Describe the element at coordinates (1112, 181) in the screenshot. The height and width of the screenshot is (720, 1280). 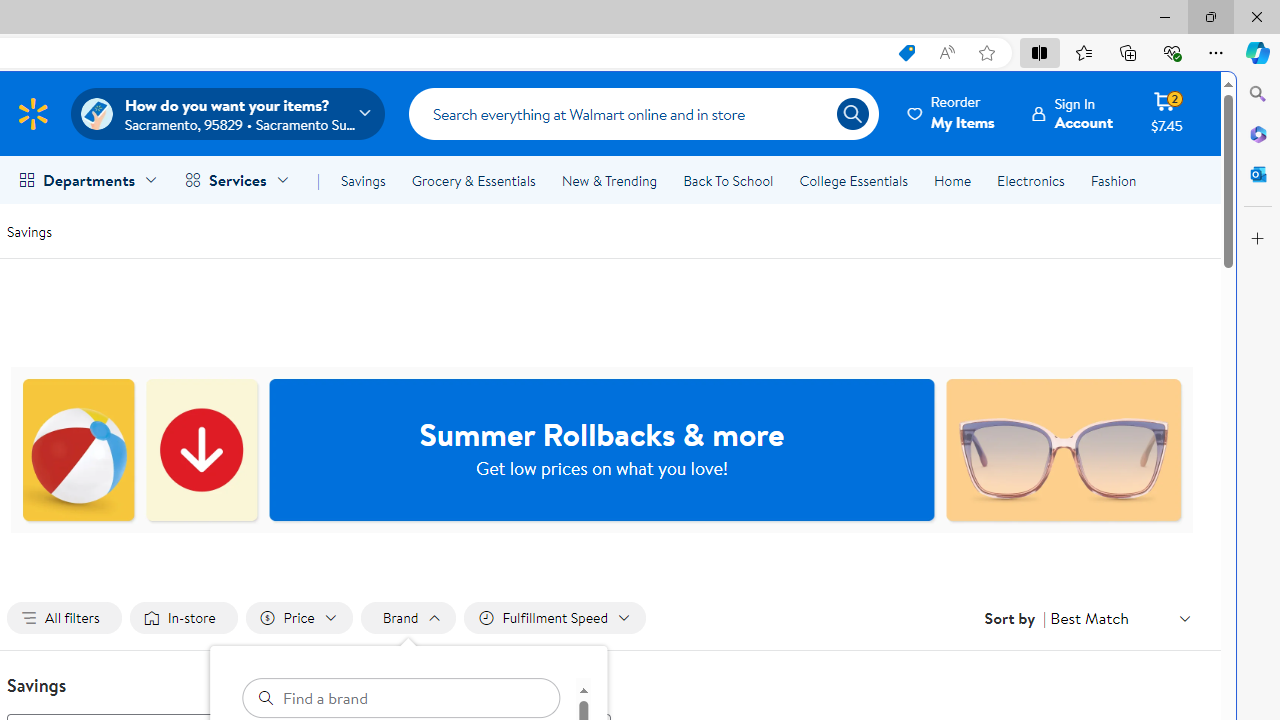
I see `'Fashion'` at that location.